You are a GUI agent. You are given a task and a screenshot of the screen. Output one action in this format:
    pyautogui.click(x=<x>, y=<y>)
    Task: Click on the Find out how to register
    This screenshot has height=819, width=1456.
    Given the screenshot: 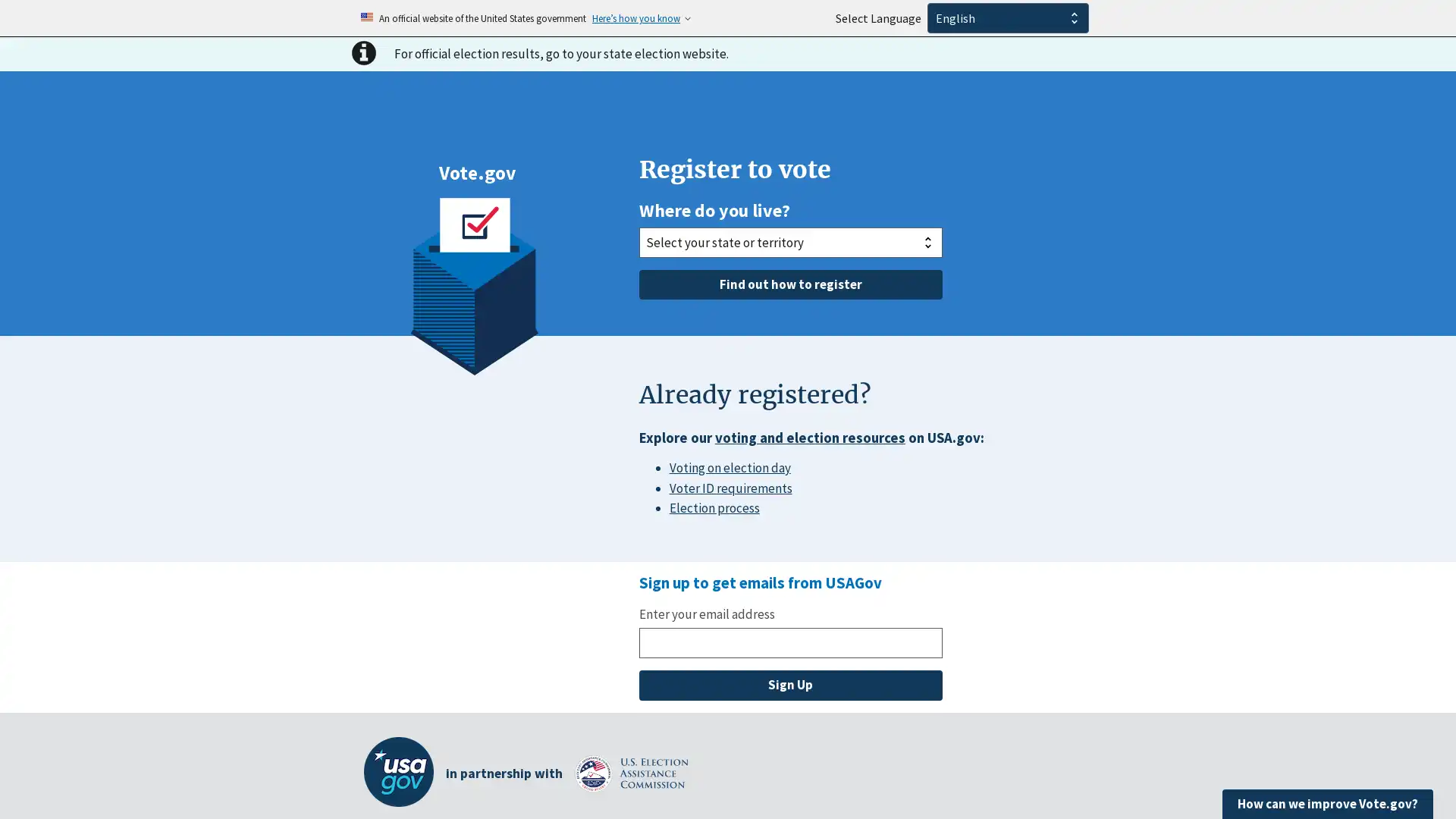 What is the action you would take?
    pyautogui.click(x=789, y=284)
    